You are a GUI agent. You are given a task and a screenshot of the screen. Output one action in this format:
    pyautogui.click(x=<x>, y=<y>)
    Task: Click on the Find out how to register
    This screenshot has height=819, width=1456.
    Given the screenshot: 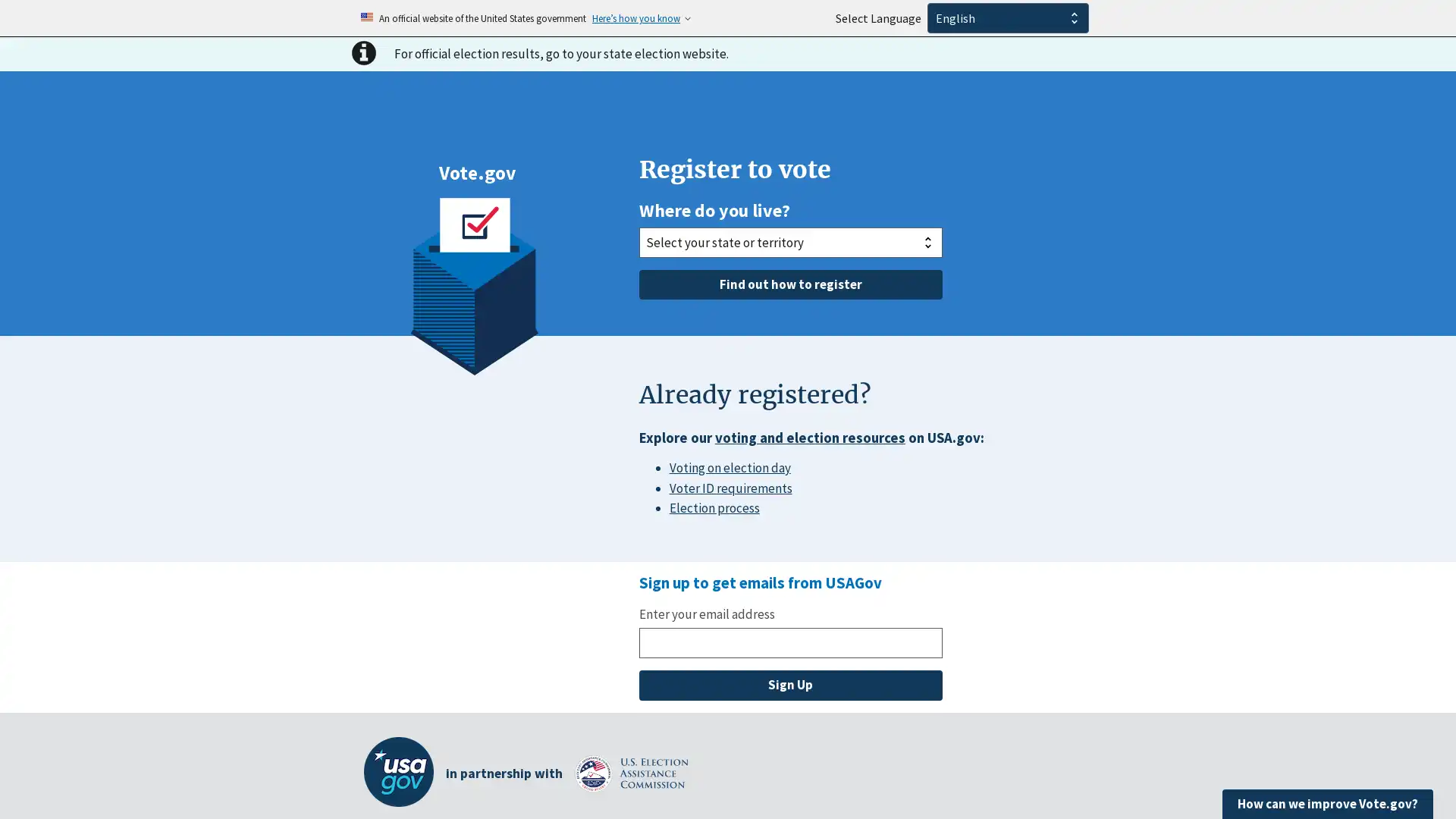 What is the action you would take?
    pyautogui.click(x=789, y=284)
    